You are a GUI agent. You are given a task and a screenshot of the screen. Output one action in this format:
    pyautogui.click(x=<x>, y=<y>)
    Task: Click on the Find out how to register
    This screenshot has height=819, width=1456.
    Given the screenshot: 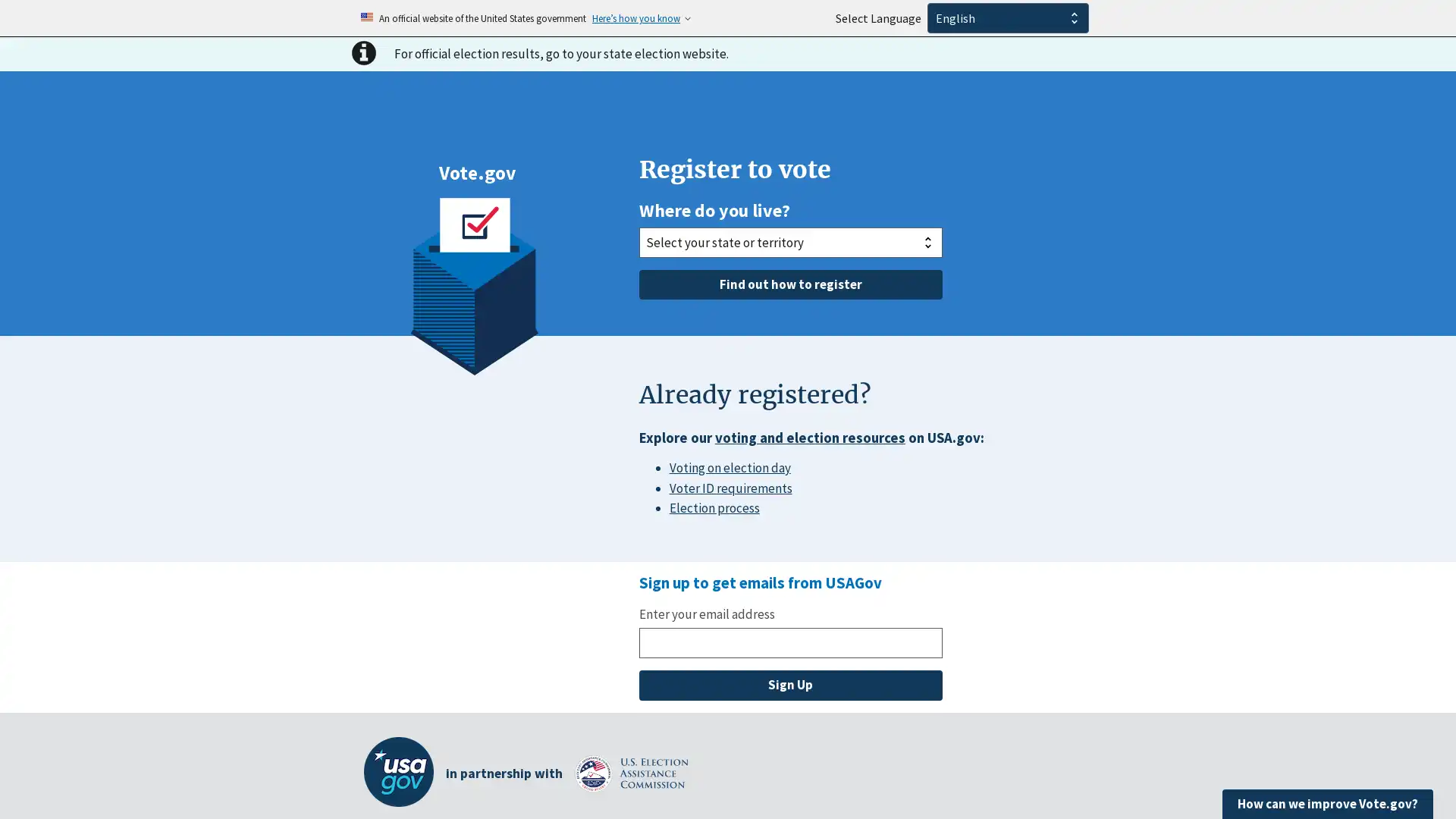 What is the action you would take?
    pyautogui.click(x=789, y=284)
    